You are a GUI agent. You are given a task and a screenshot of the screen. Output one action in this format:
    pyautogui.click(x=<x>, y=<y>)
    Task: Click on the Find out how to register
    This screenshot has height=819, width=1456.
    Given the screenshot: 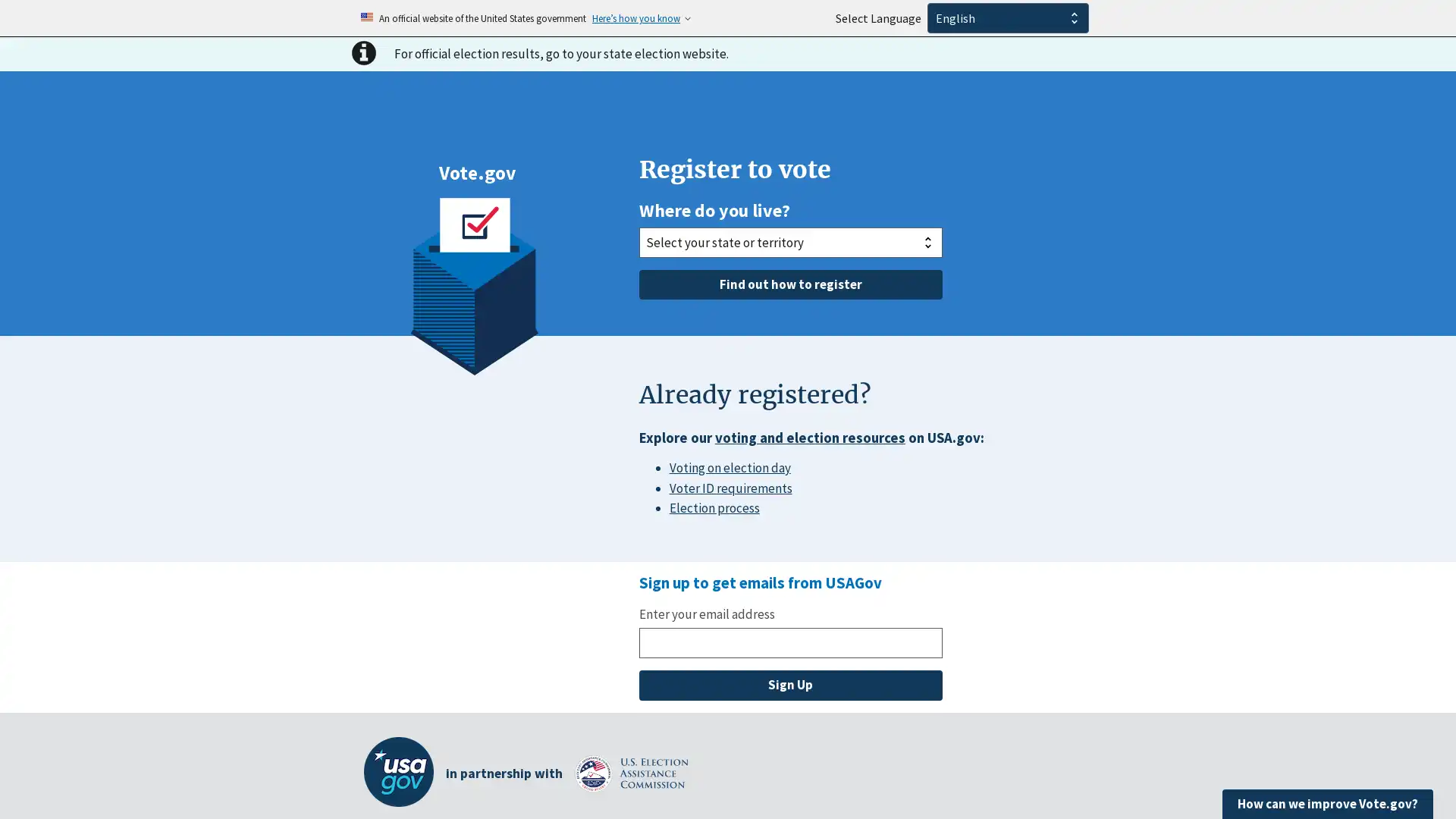 What is the action you would take?
    pyautogui.click(x=789, y=284)
    